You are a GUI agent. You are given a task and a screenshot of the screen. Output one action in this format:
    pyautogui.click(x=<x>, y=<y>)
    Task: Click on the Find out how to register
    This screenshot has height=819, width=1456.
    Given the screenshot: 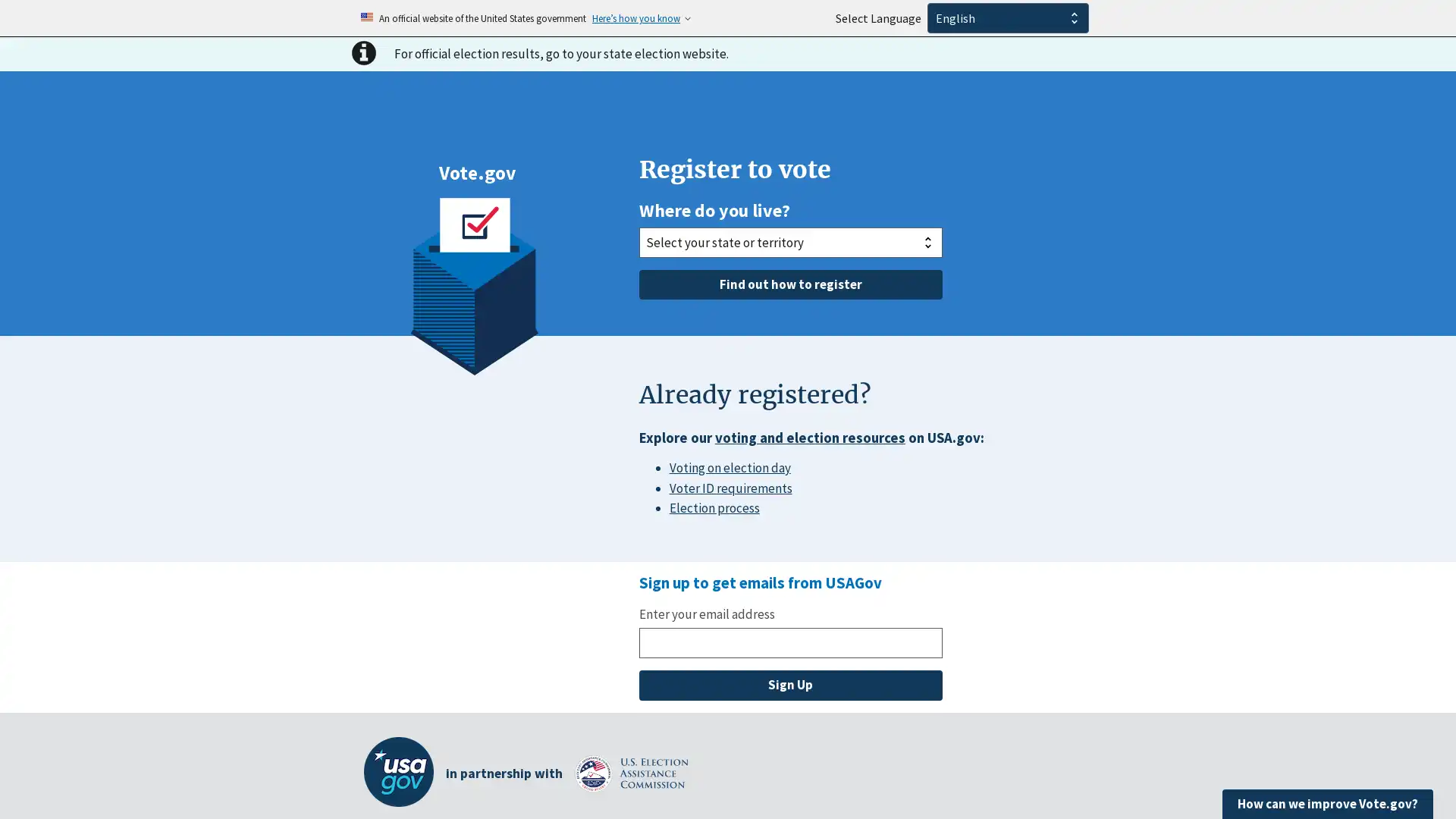 What is the action you would take?
    pyautogui.click(x=789, y=284)
    